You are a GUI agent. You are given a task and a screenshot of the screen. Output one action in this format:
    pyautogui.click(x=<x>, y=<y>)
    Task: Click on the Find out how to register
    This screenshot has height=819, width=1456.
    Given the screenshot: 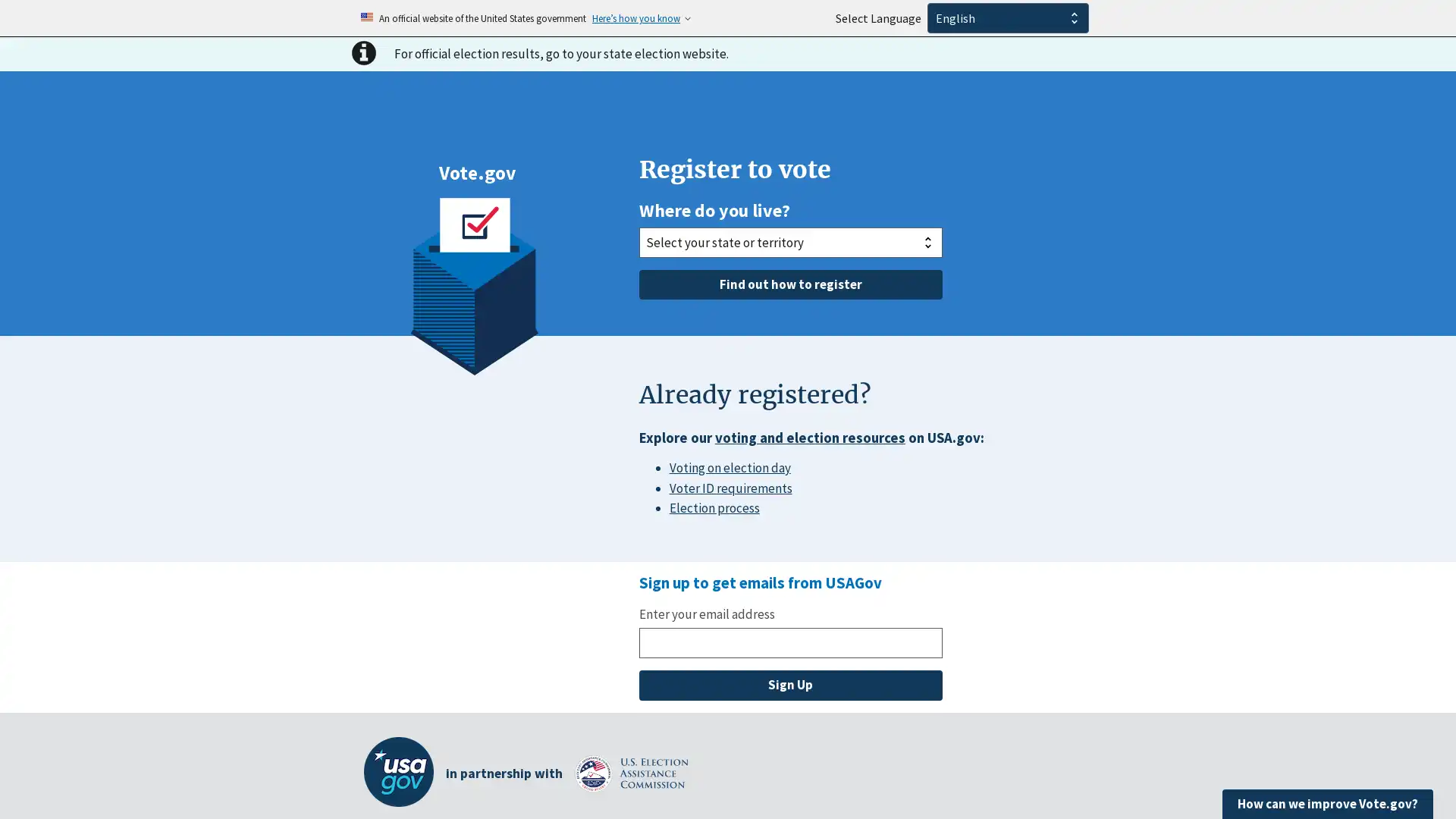 What is the action you would take?
    pyautogui.click(x=789, y=284)
    